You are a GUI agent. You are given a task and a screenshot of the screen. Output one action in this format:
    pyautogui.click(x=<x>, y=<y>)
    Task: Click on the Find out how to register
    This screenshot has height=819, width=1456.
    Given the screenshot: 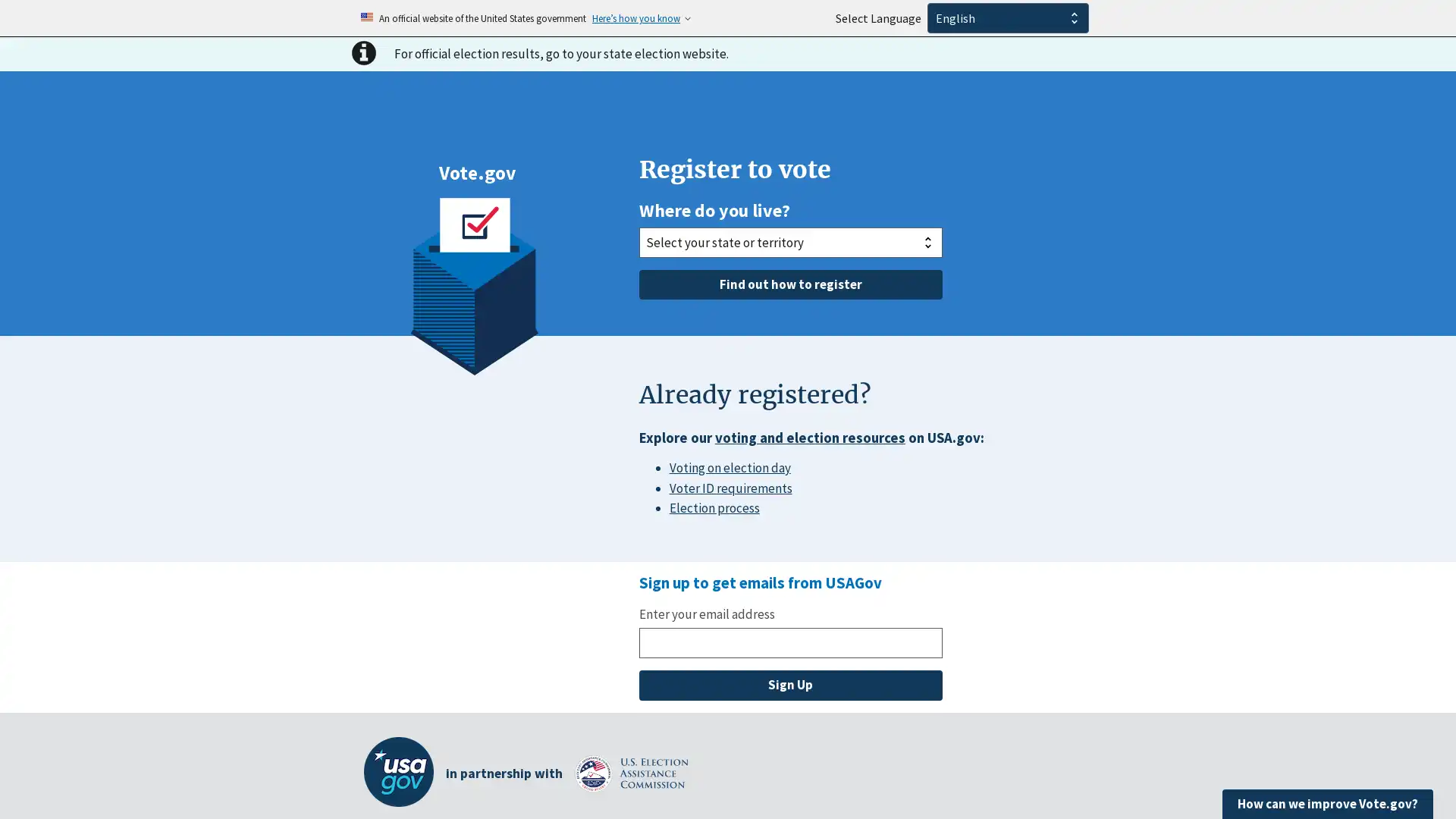 What is the action you would take?
    pyautogui.click(x=789, y=284)
    